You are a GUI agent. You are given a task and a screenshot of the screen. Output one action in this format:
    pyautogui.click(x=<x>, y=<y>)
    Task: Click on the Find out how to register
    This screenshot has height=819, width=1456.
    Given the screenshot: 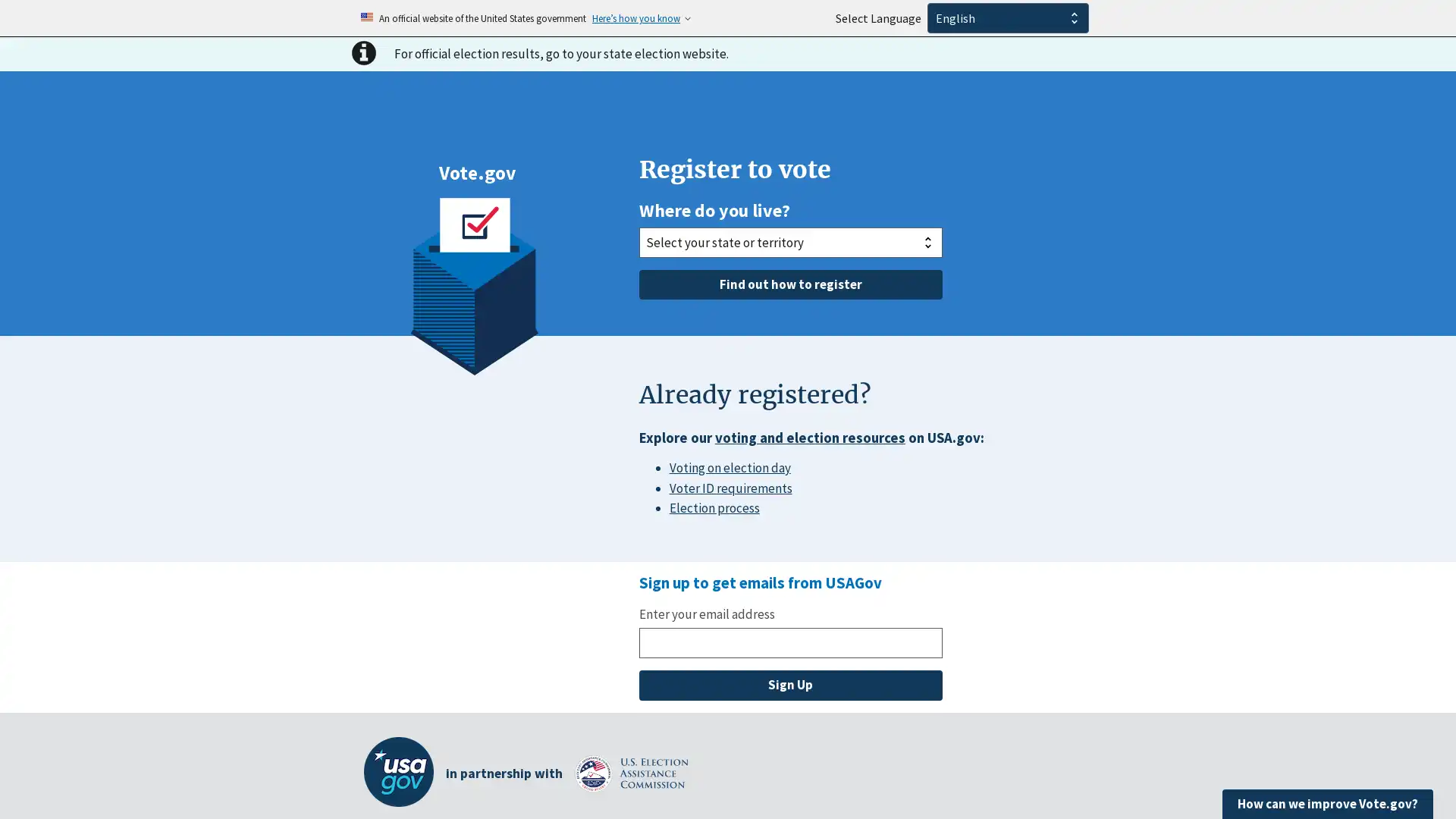 What is the action you would take?
    pyautogui.click(x=789, y=284)
    